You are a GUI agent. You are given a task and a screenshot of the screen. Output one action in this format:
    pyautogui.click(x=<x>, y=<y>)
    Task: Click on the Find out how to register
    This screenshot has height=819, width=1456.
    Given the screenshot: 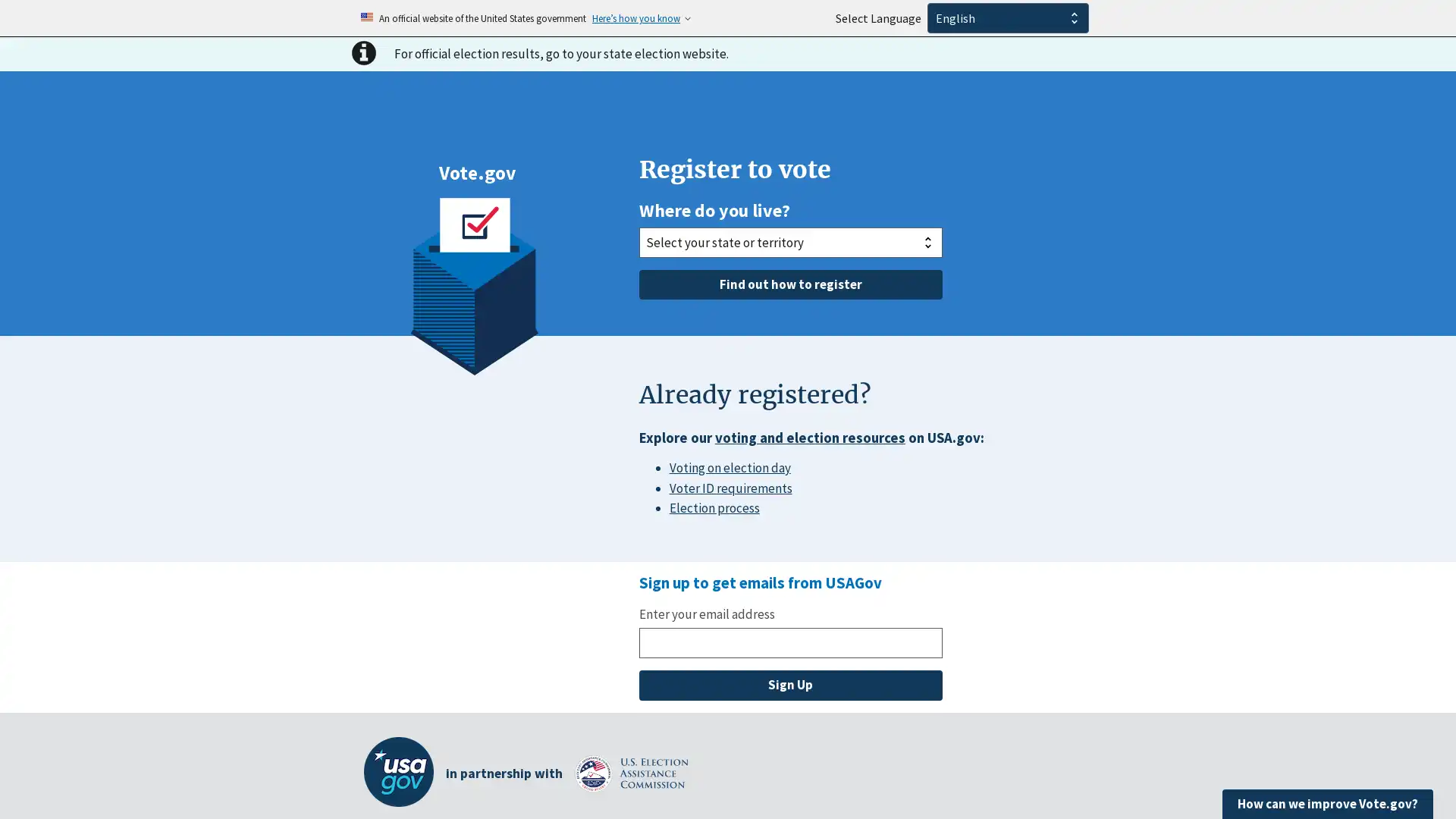 What is the action you would take?
    pyautogui.click(x=789, y=284)
    